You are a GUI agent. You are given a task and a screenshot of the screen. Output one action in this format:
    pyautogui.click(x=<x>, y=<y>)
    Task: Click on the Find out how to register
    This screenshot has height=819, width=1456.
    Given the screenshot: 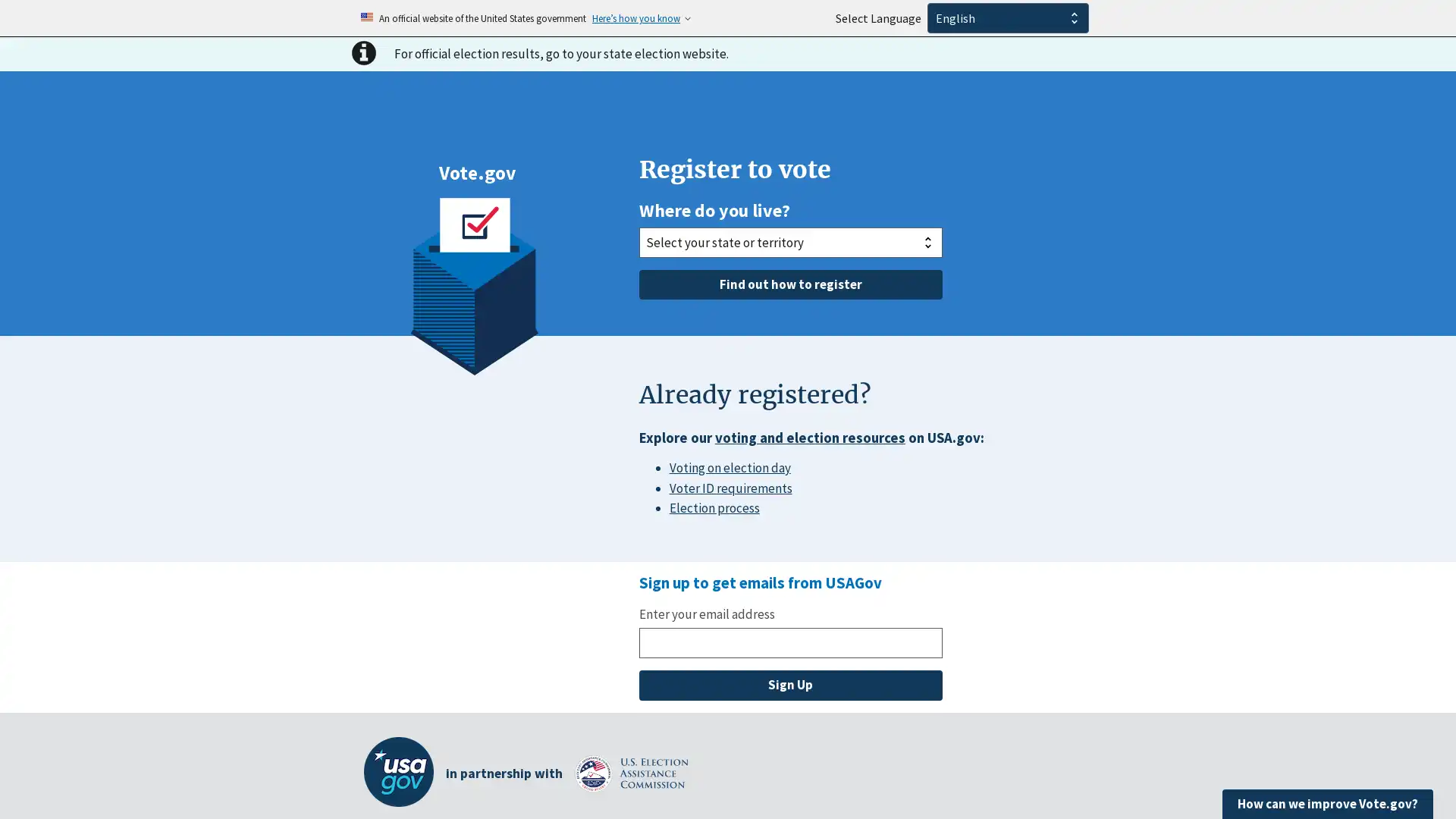 What is the action you would take?
    pyautogui.click(x=789, y=284)
    